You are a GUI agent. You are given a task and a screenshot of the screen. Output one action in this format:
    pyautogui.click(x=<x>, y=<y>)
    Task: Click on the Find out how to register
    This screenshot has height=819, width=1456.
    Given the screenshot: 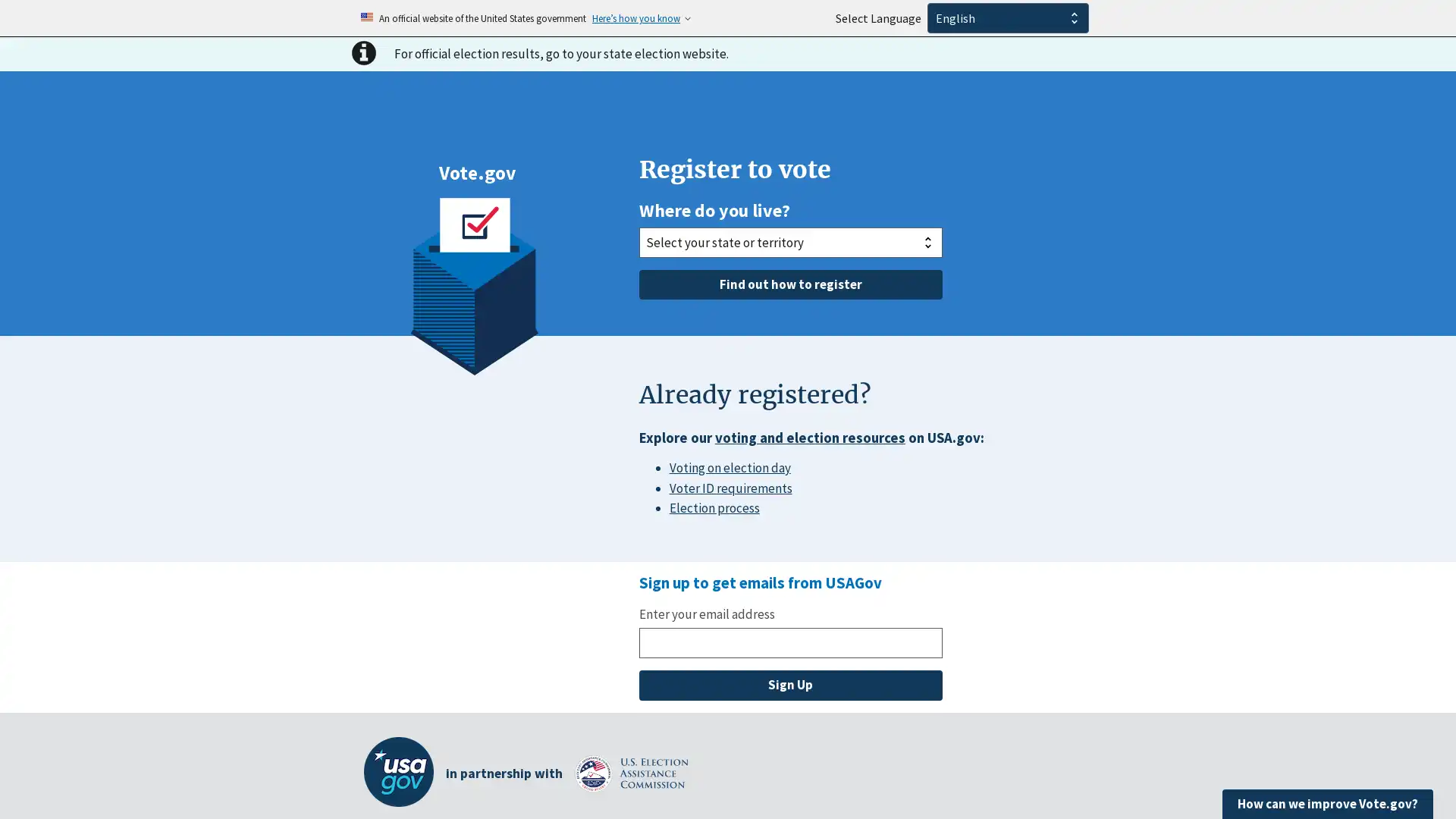 What is the action you would take?
    pyautogui.click(x=789, y=284)
    